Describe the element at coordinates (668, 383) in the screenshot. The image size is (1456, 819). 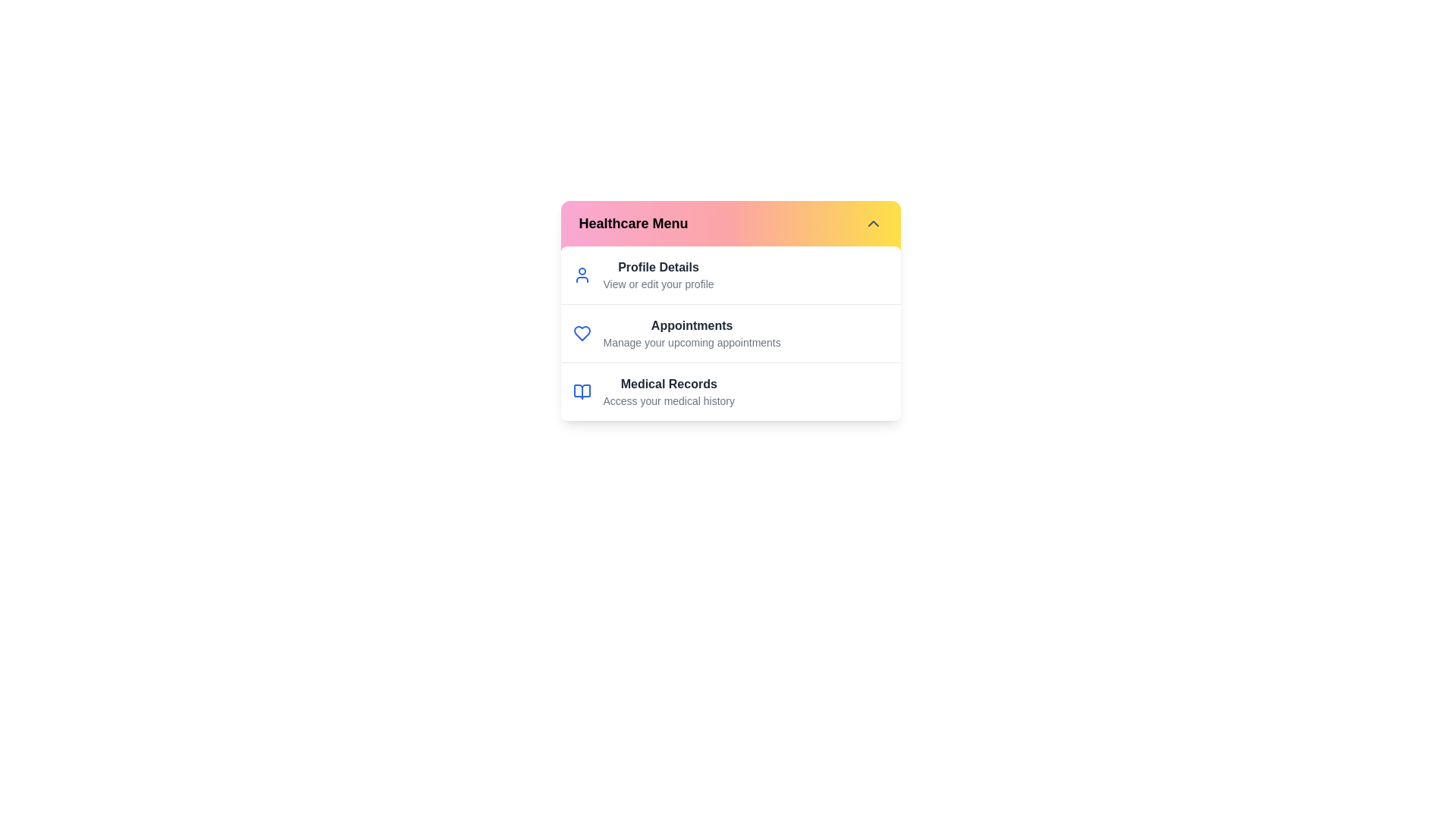
I see `the menu option Medical Records from the Healthcare Menu` at that location.